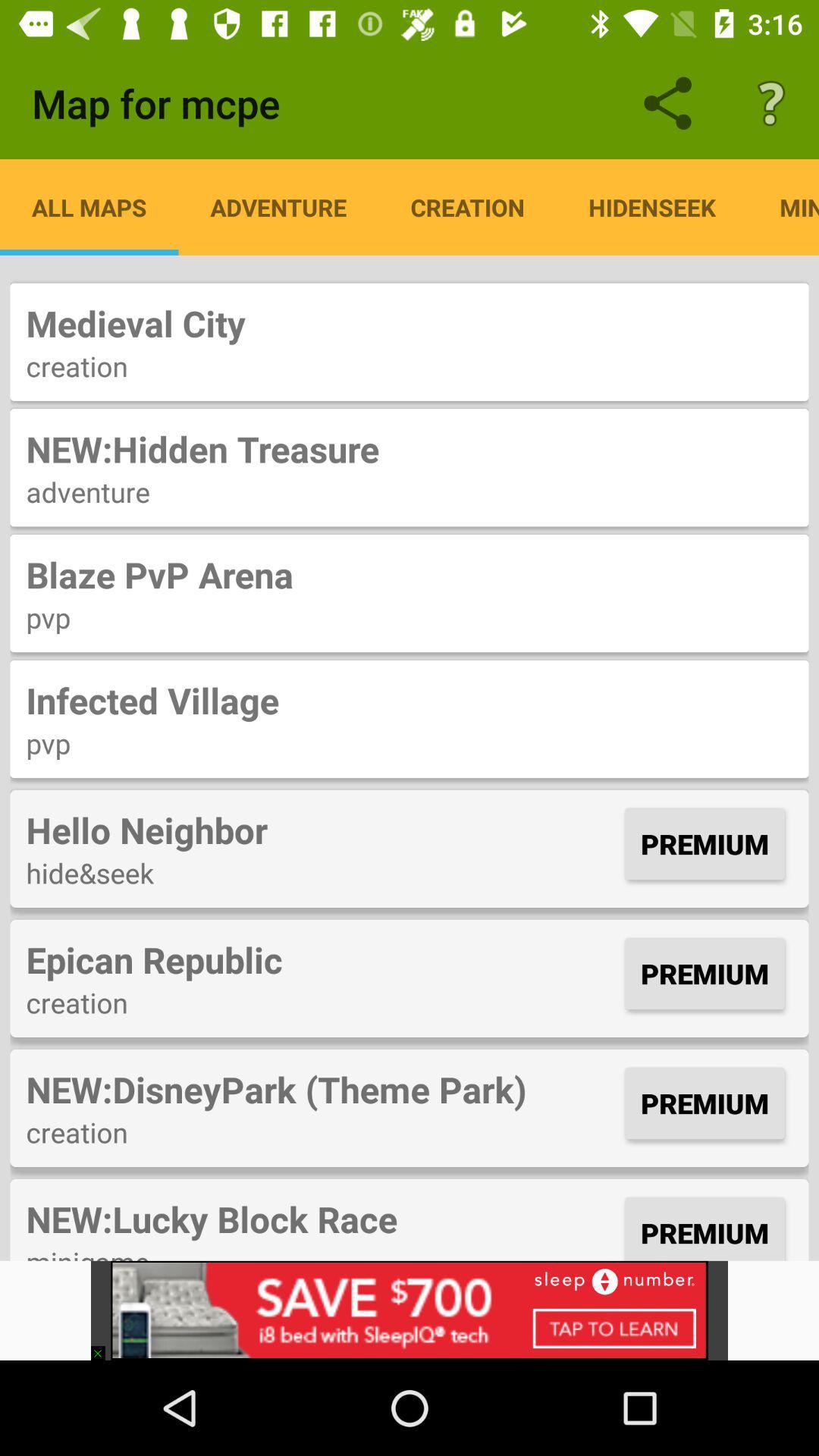 This screenshot has height=1456, width=819. I want to click on the item next to the premium item, so click(321, 959).